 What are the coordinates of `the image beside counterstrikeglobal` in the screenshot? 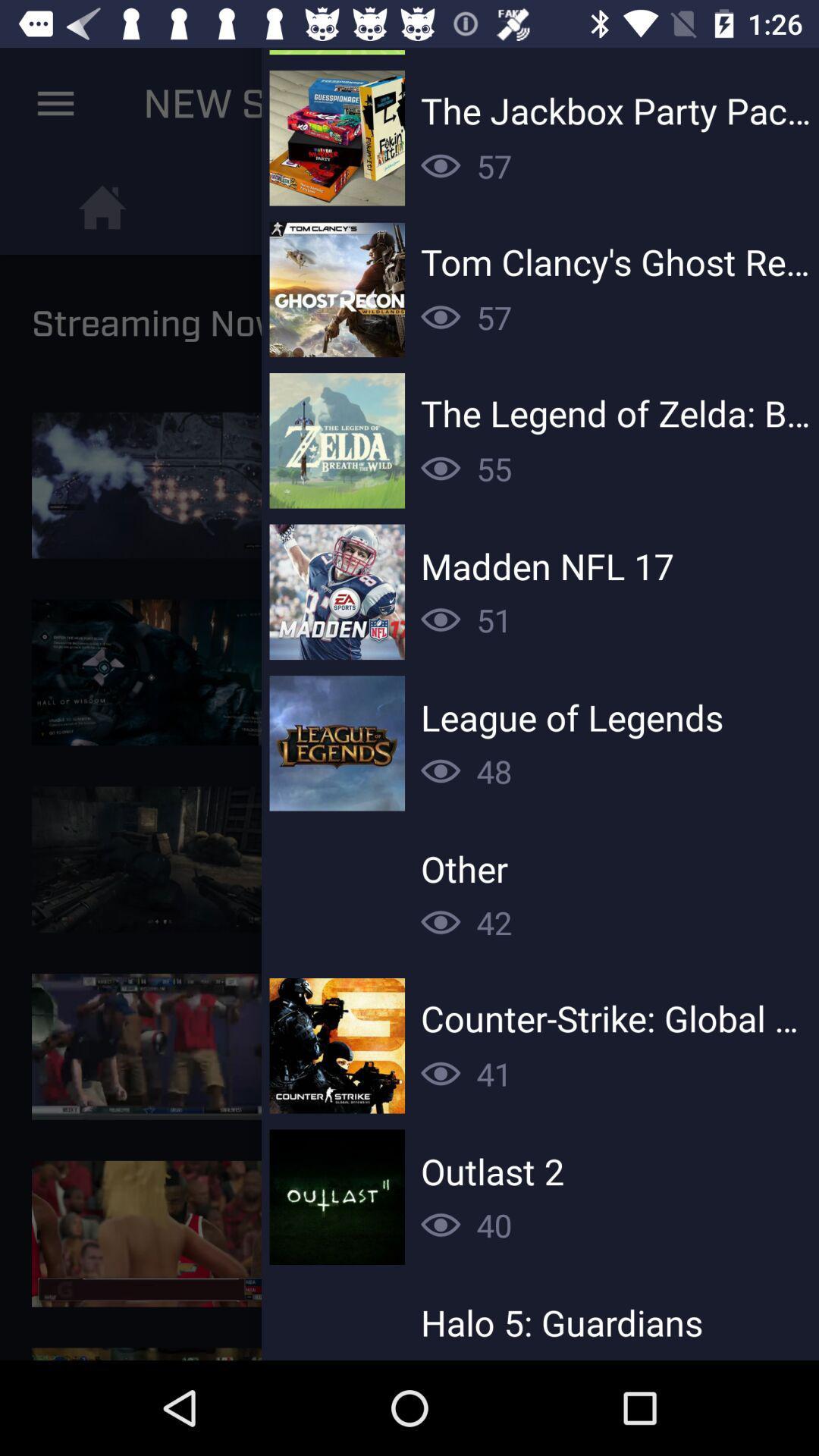 It's located at (336, 1045).